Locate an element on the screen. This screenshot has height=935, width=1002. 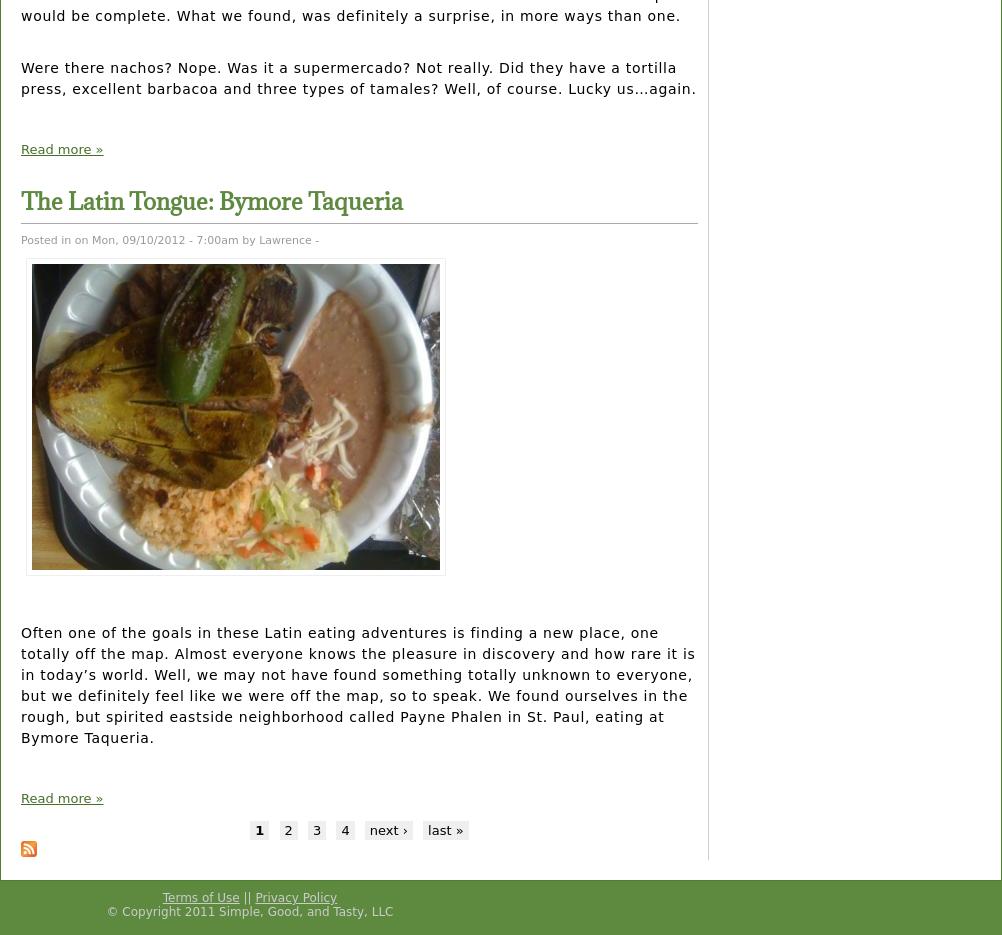
'© Copyright 2011 Simple, Good, and Tasty, LLC' is located at coordinates (249, 910).